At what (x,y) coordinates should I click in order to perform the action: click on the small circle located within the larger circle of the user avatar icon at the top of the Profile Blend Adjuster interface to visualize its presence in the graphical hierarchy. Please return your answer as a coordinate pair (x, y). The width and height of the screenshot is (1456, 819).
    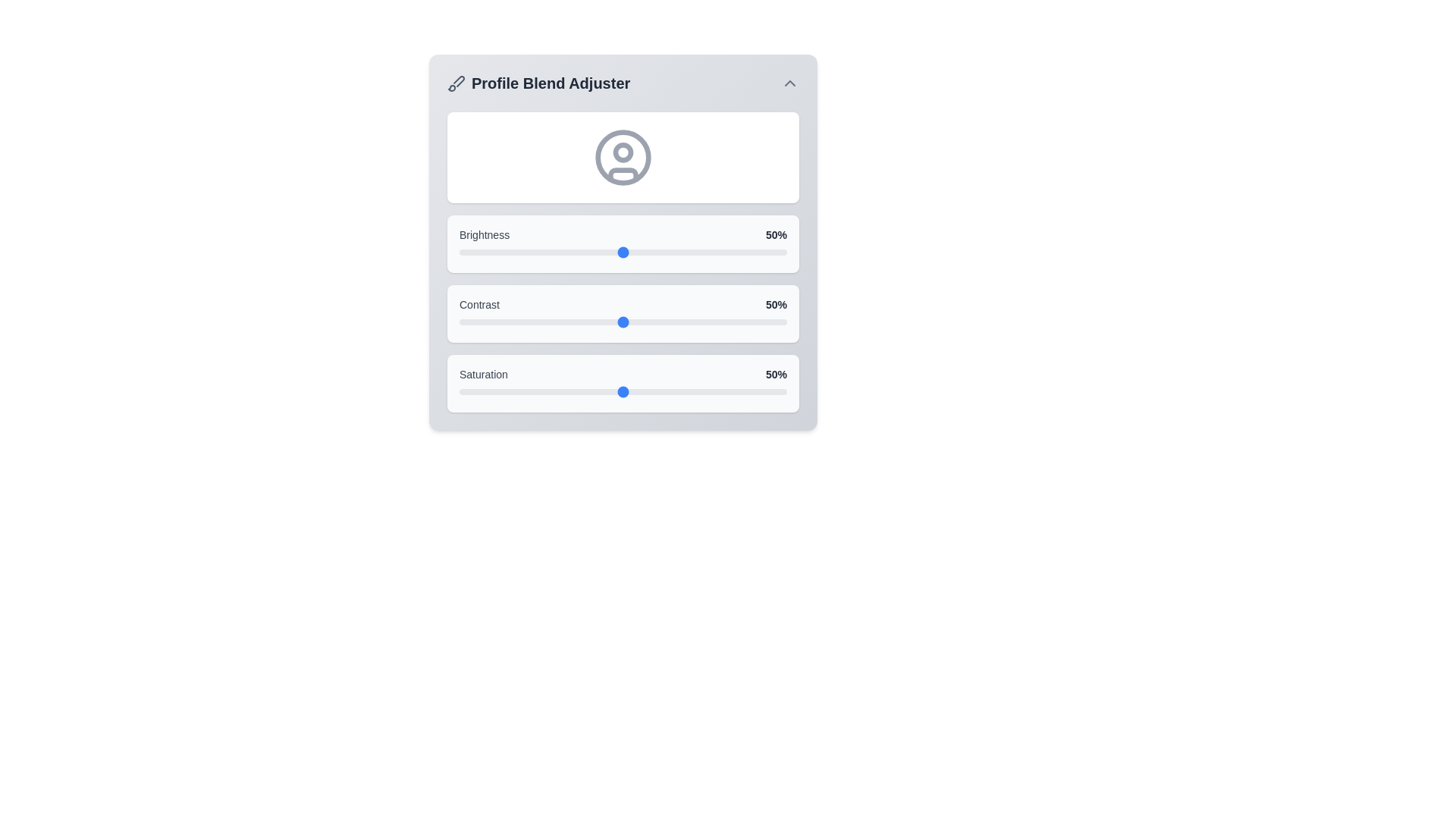
    Looking at the image, I should click on (623, 152).